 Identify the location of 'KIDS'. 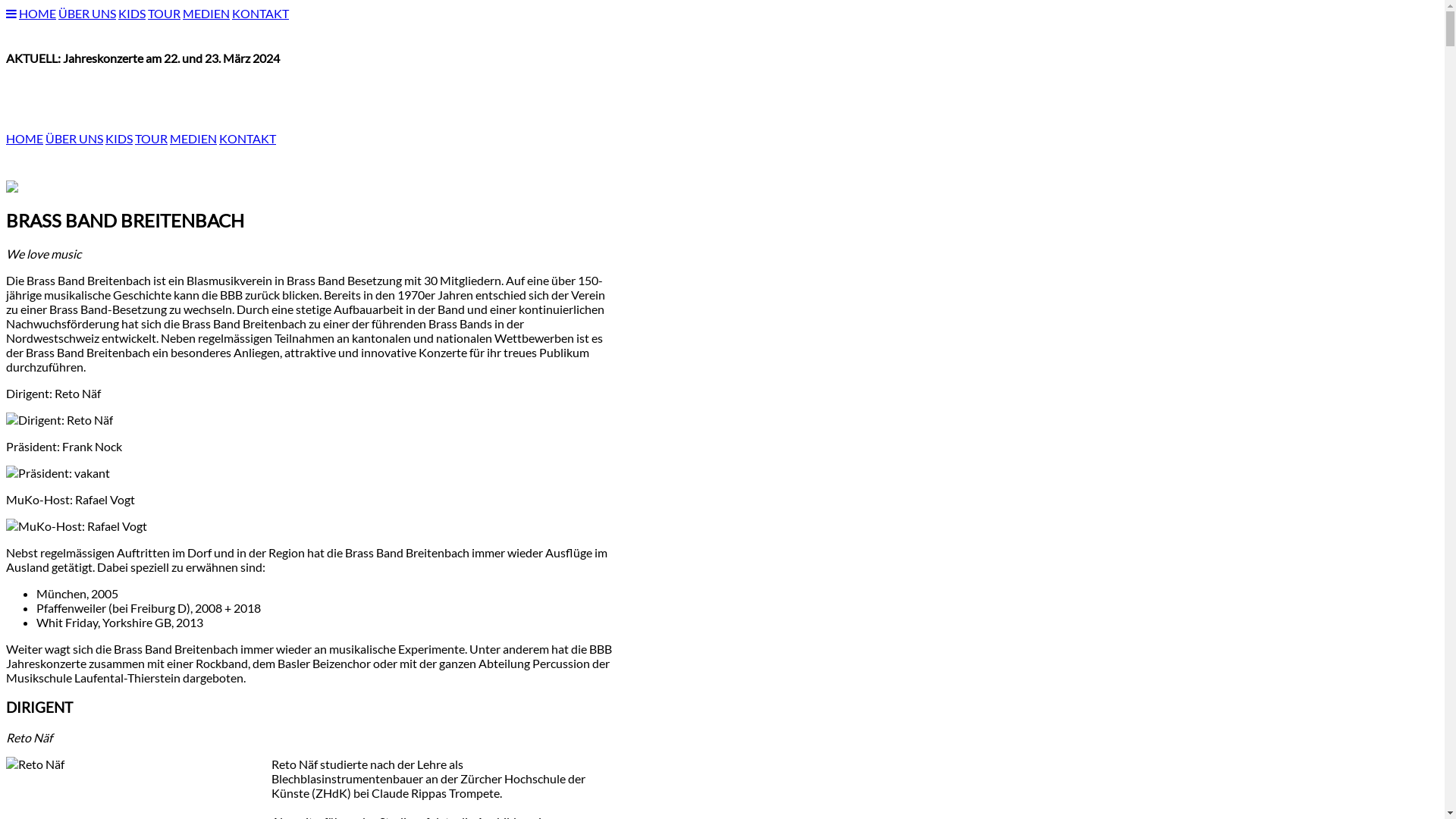
(118, 13).